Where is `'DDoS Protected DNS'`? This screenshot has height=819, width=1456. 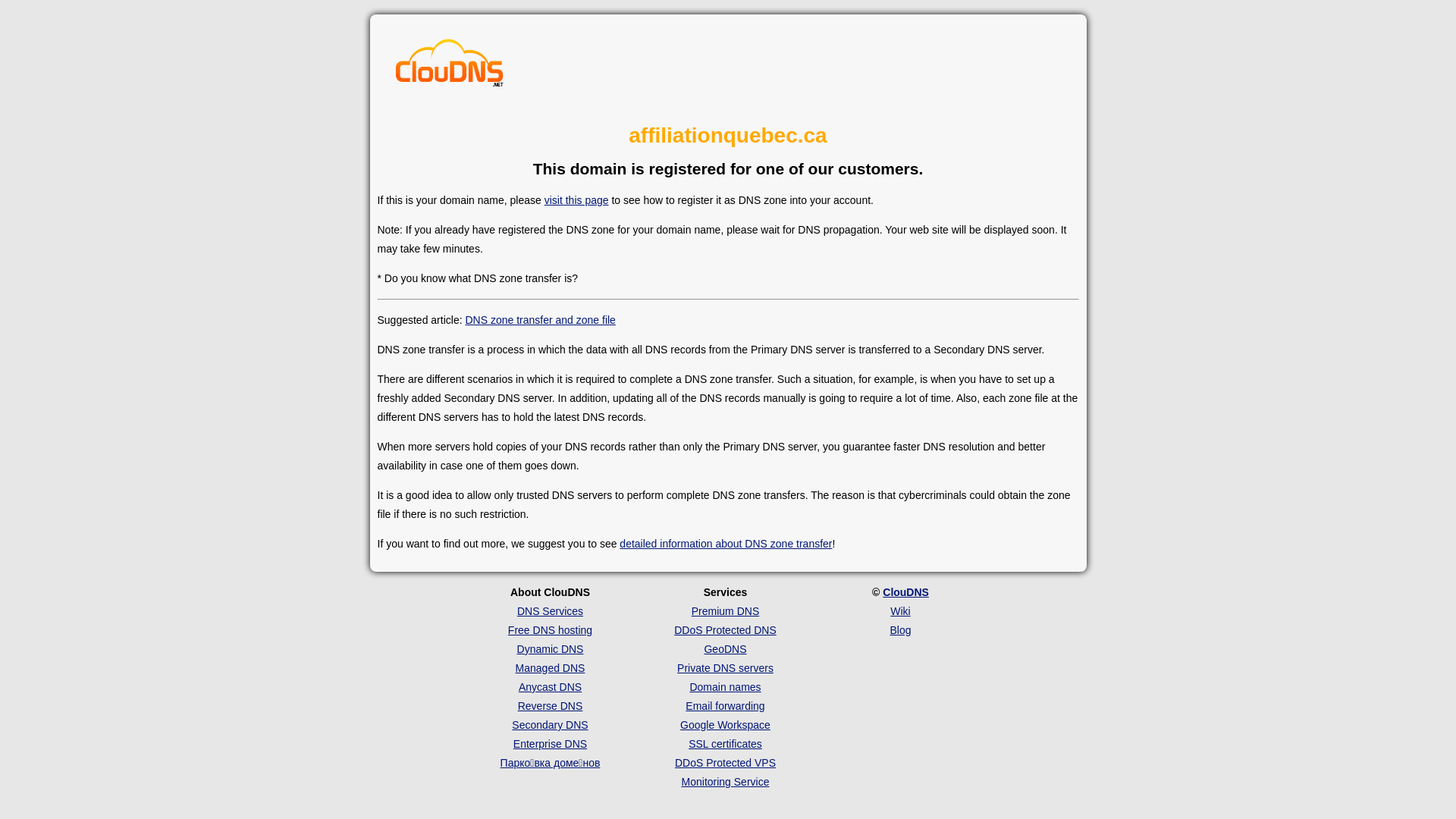
'DDoS Protected DNS' is located at coordinates (724, 629).